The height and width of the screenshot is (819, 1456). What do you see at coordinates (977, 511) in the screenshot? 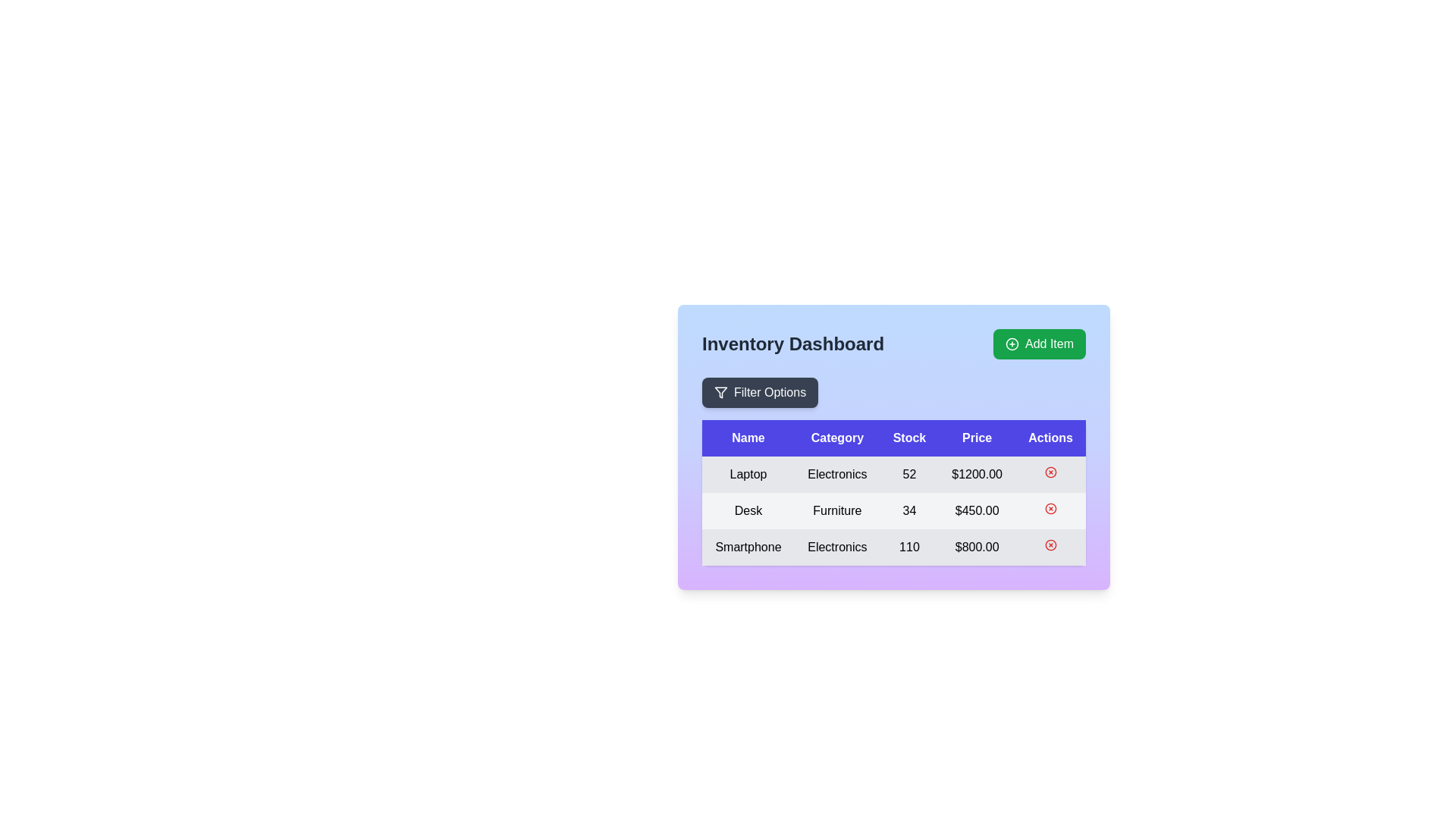
I see `the static text display showing the price of the 'Desk' item in the inventory table` at bounding box center [977, 511].